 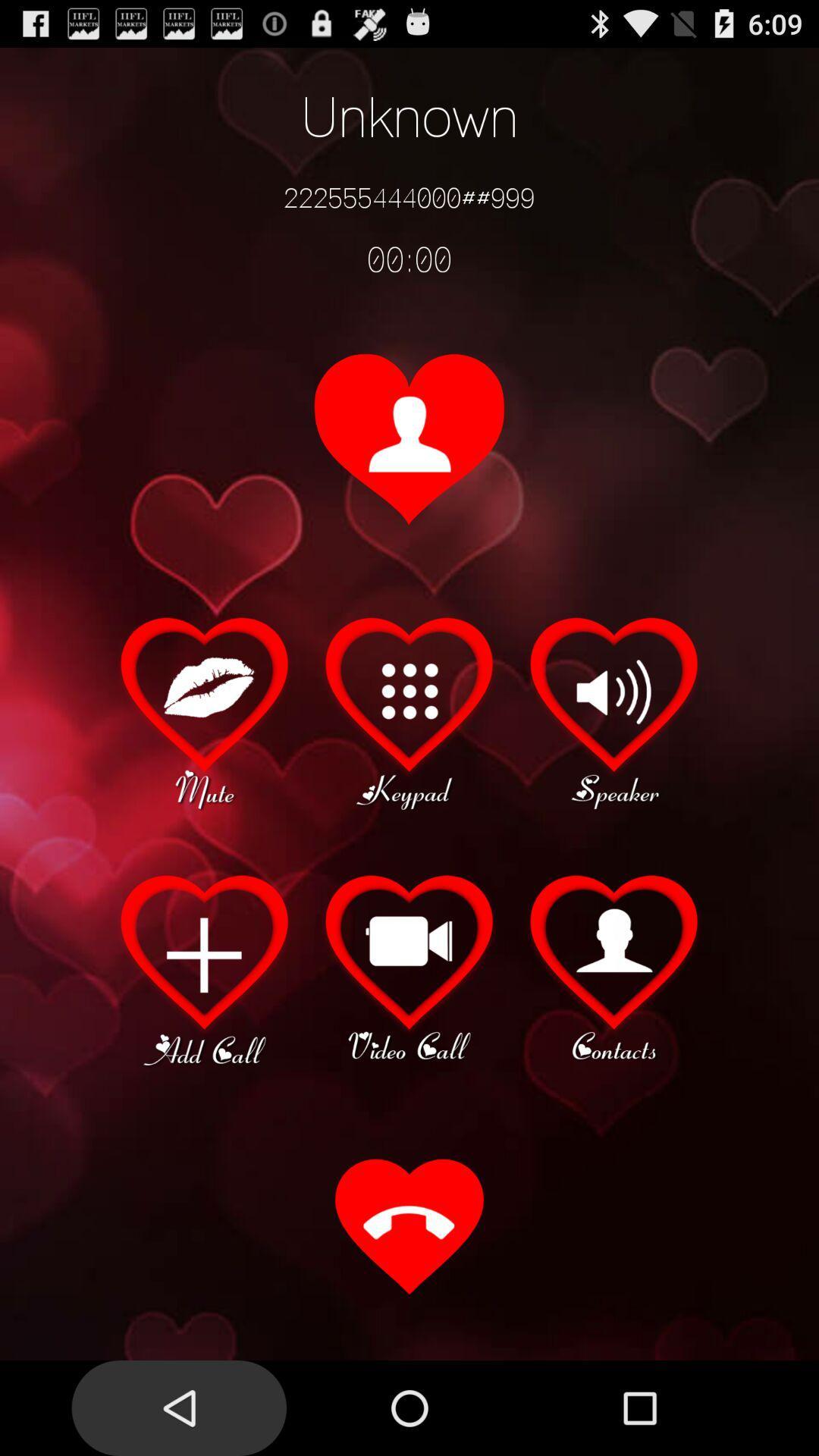 What do you see at coordinates (205, 968) in the screenshot?
I see `number` at bounding box center [205, 968].